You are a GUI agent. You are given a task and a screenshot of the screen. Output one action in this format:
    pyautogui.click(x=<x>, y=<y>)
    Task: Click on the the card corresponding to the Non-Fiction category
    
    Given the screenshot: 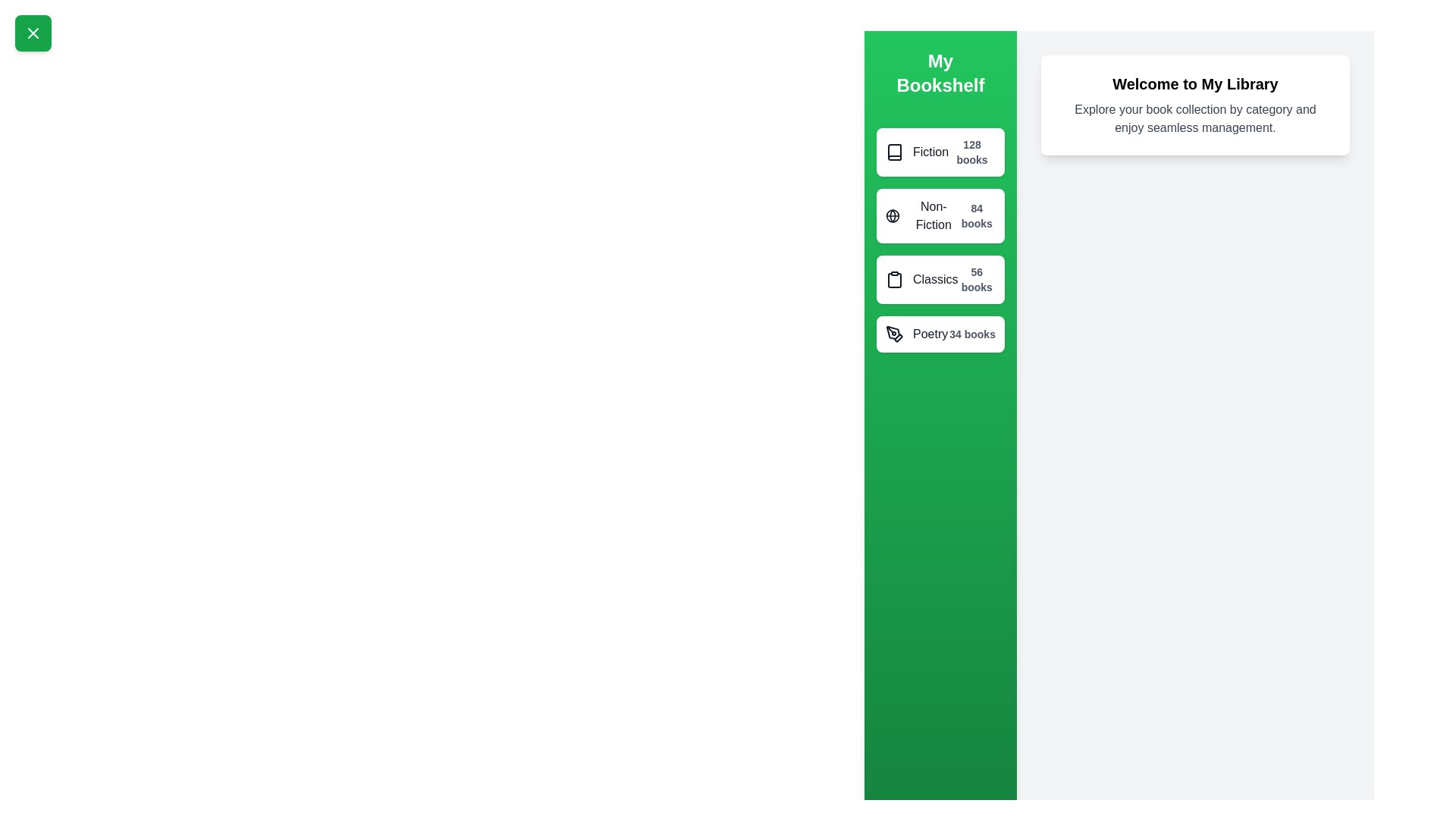 What is the action you would take?
    pyautogui.click(x=939, y=216)
    